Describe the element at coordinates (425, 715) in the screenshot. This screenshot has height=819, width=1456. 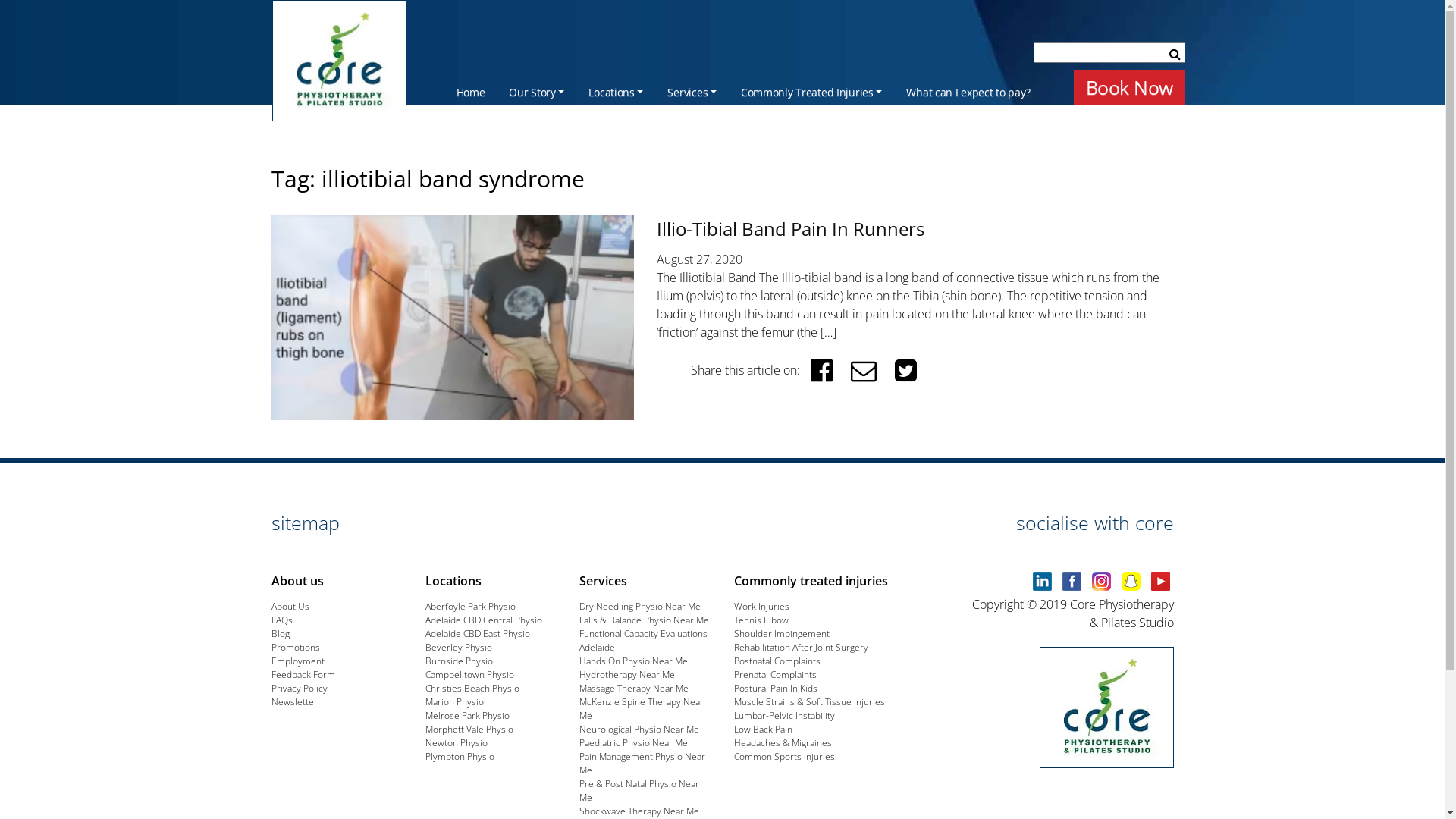
I see `'Melrose Park Physio'` at that location.